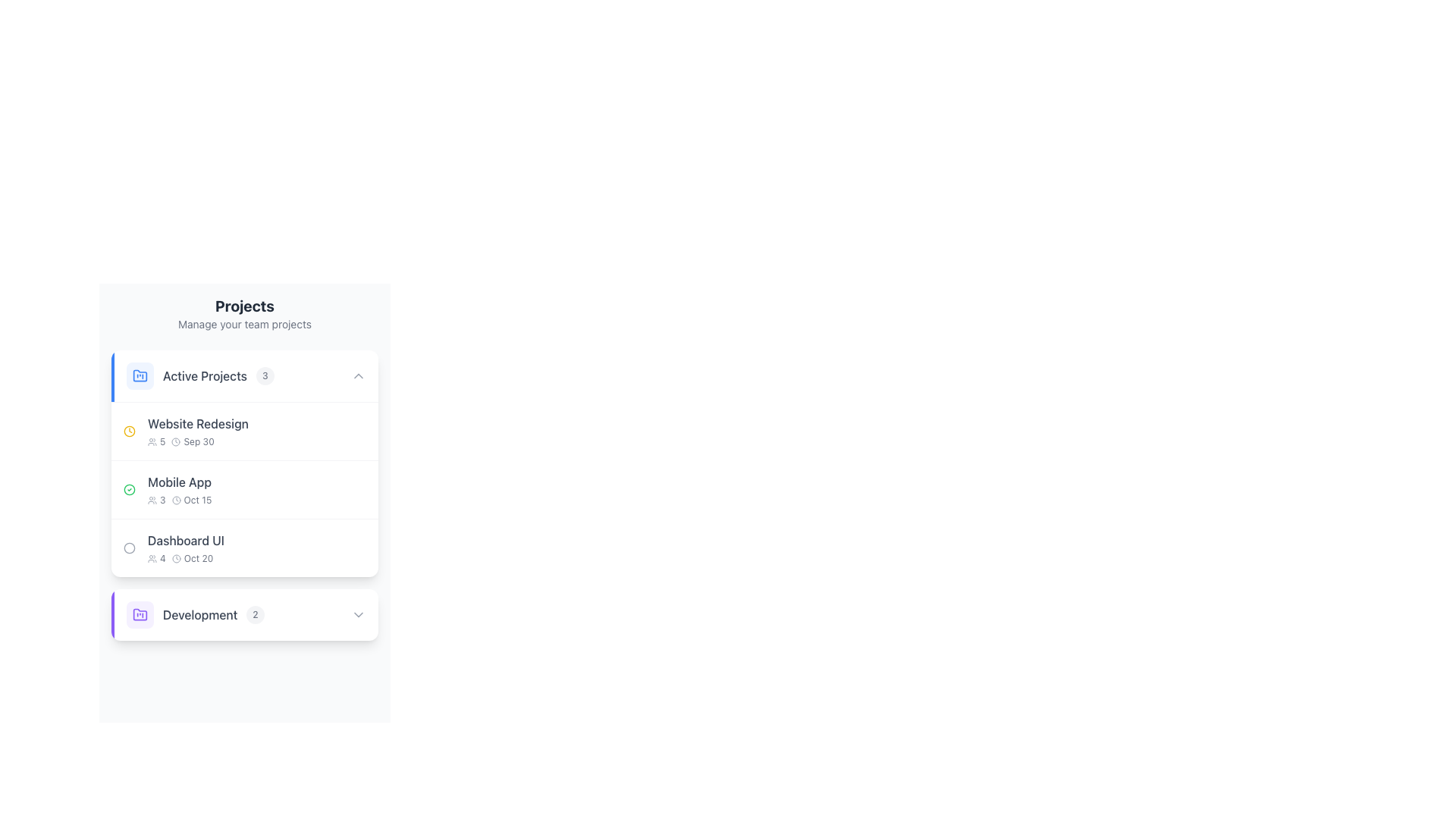  What do you see at coordinates (180, 500) in the screenshot?
I see `displayed information from the metadata indicator for the 'Mobile App' project located in the second item of the 'Active Projects' list` at bounding box center [180, 500].